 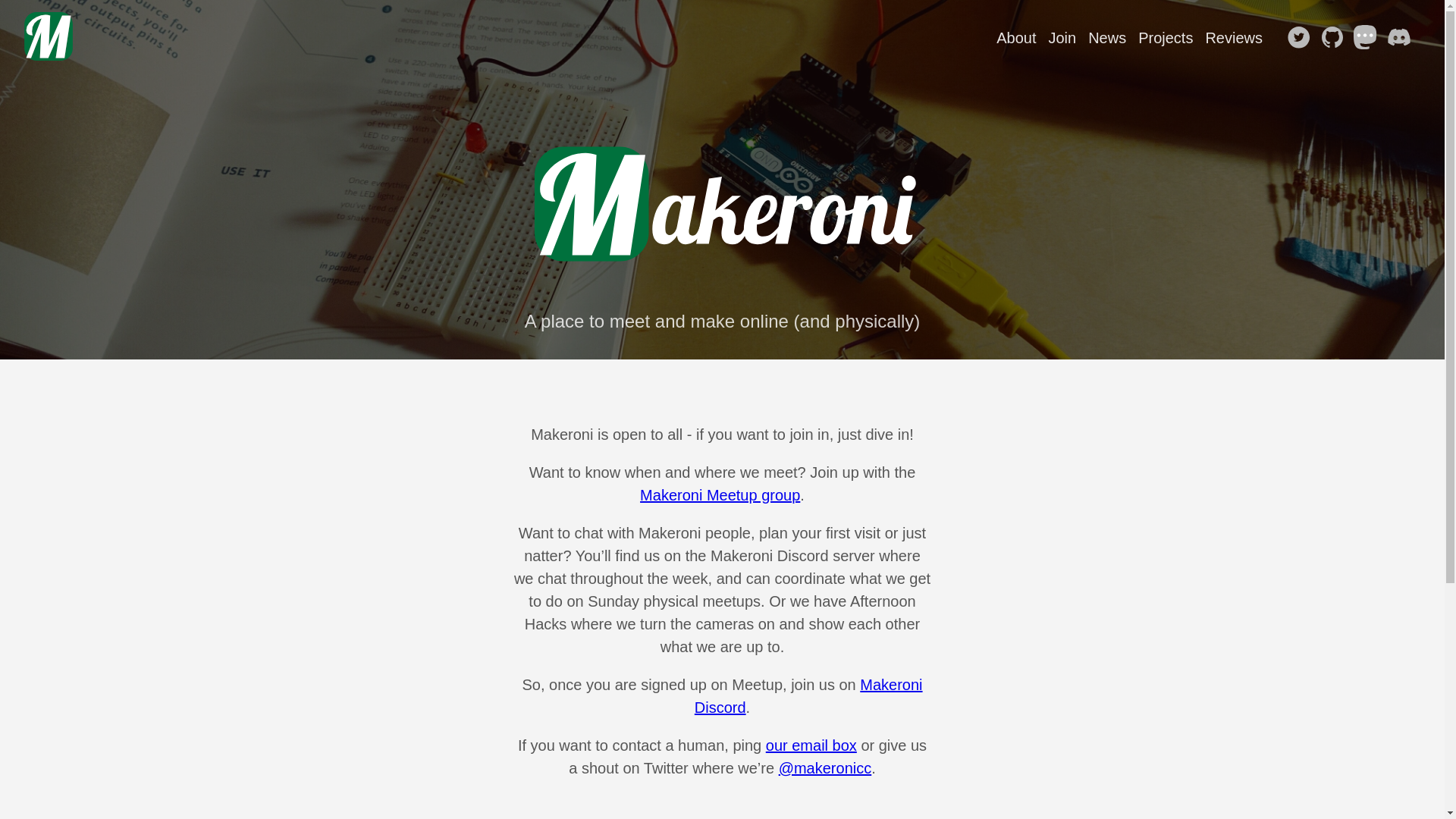 What do you see at coordinates (1106, 37) in the screenshot?
I see `'News'` at bounding box center [1106, 37].